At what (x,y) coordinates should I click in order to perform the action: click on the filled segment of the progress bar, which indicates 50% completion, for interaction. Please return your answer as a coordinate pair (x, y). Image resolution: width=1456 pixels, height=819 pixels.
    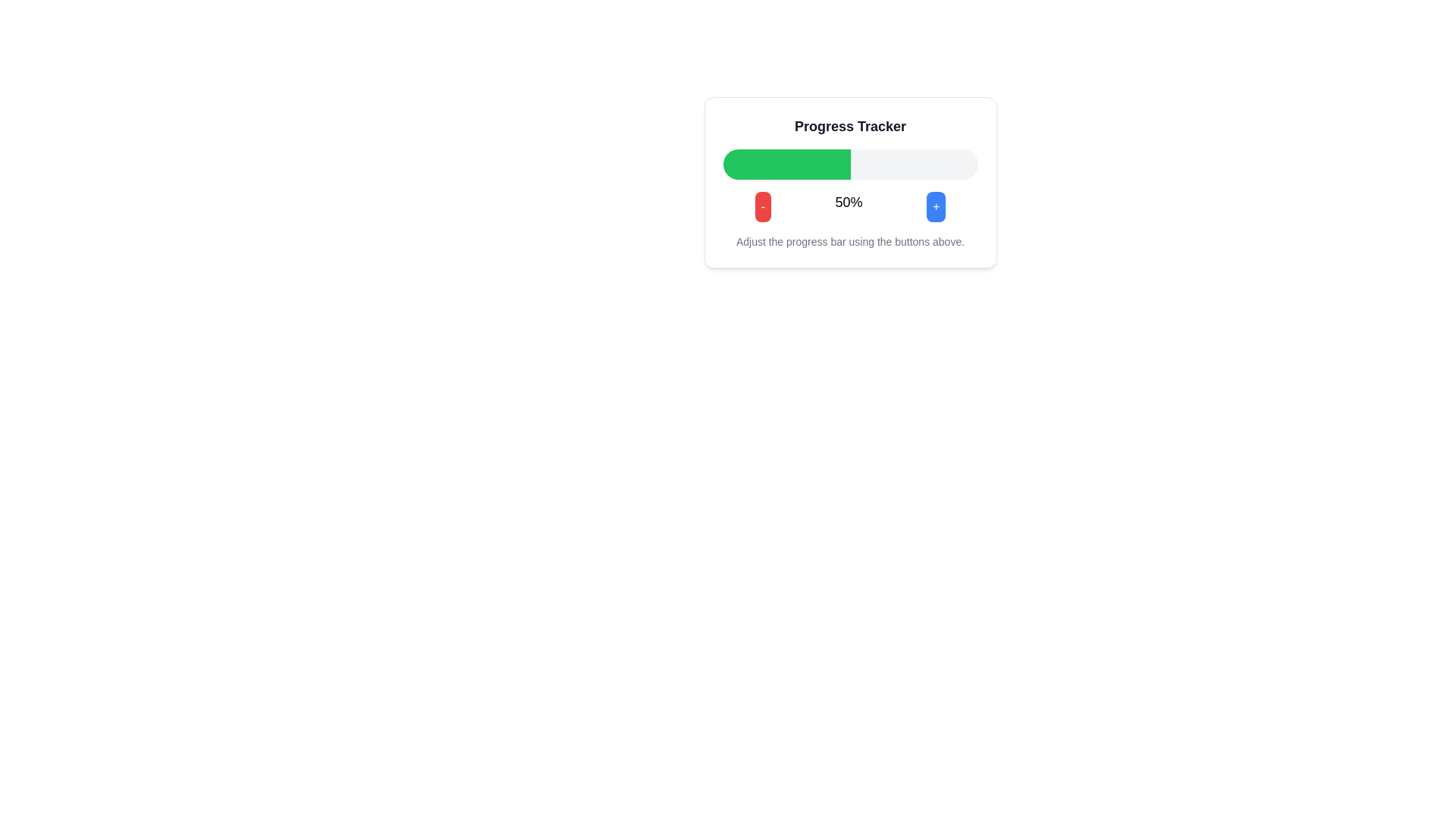
    Looking at the image, I should click on (786, 164).